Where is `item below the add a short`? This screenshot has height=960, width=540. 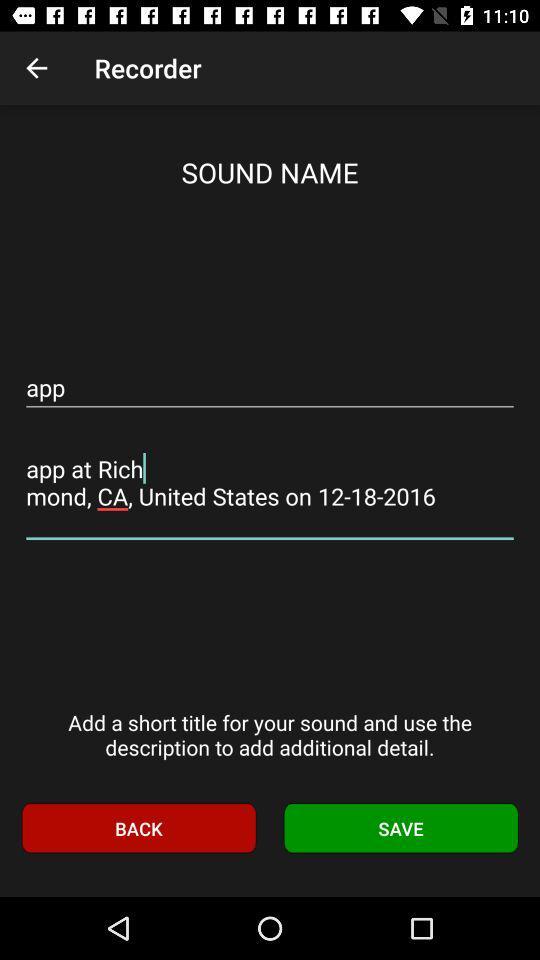
item below the add a short is located at coordinates (401, 828).